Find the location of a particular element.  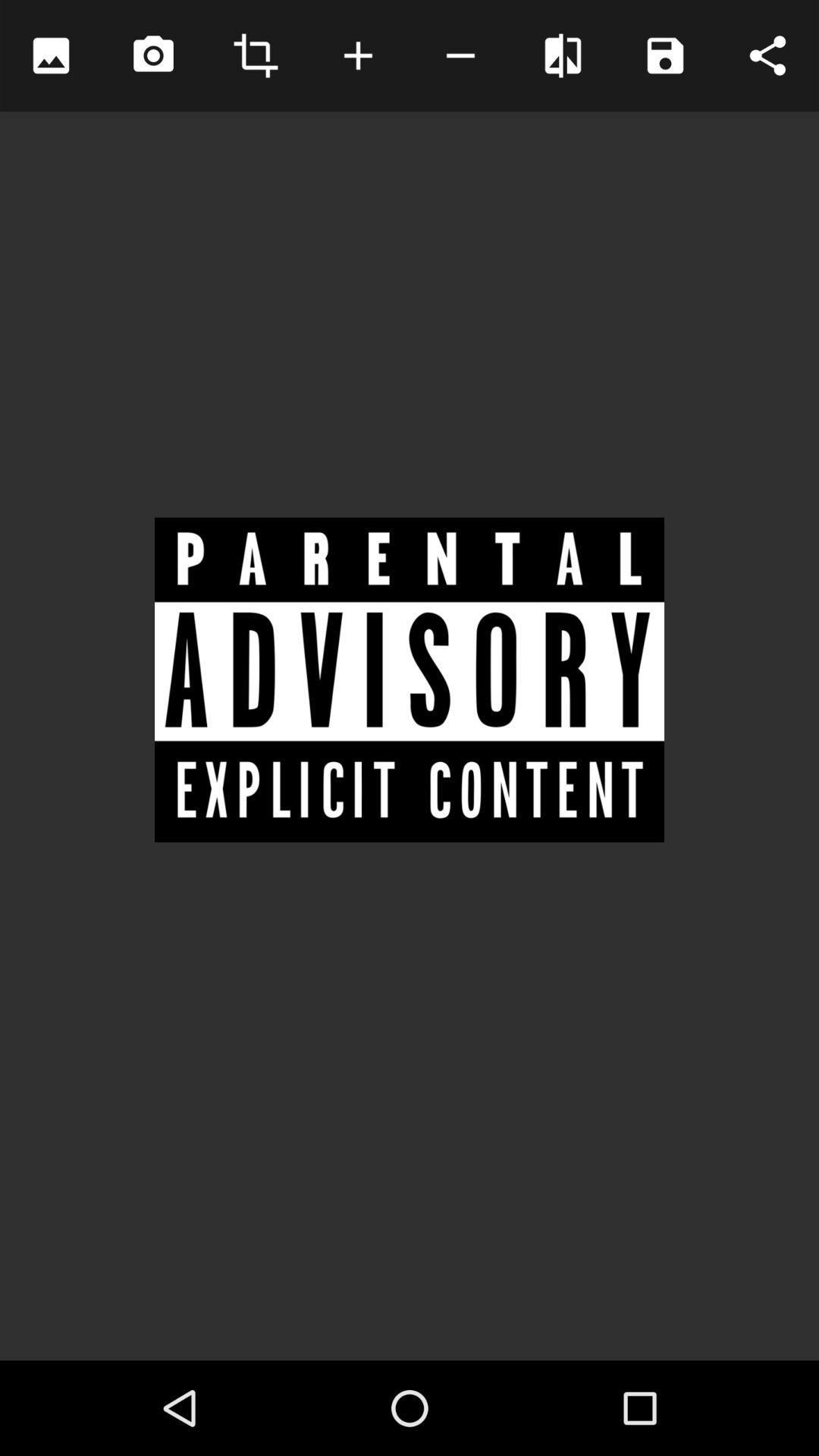

the share icon is located at coordinates (767, 55).